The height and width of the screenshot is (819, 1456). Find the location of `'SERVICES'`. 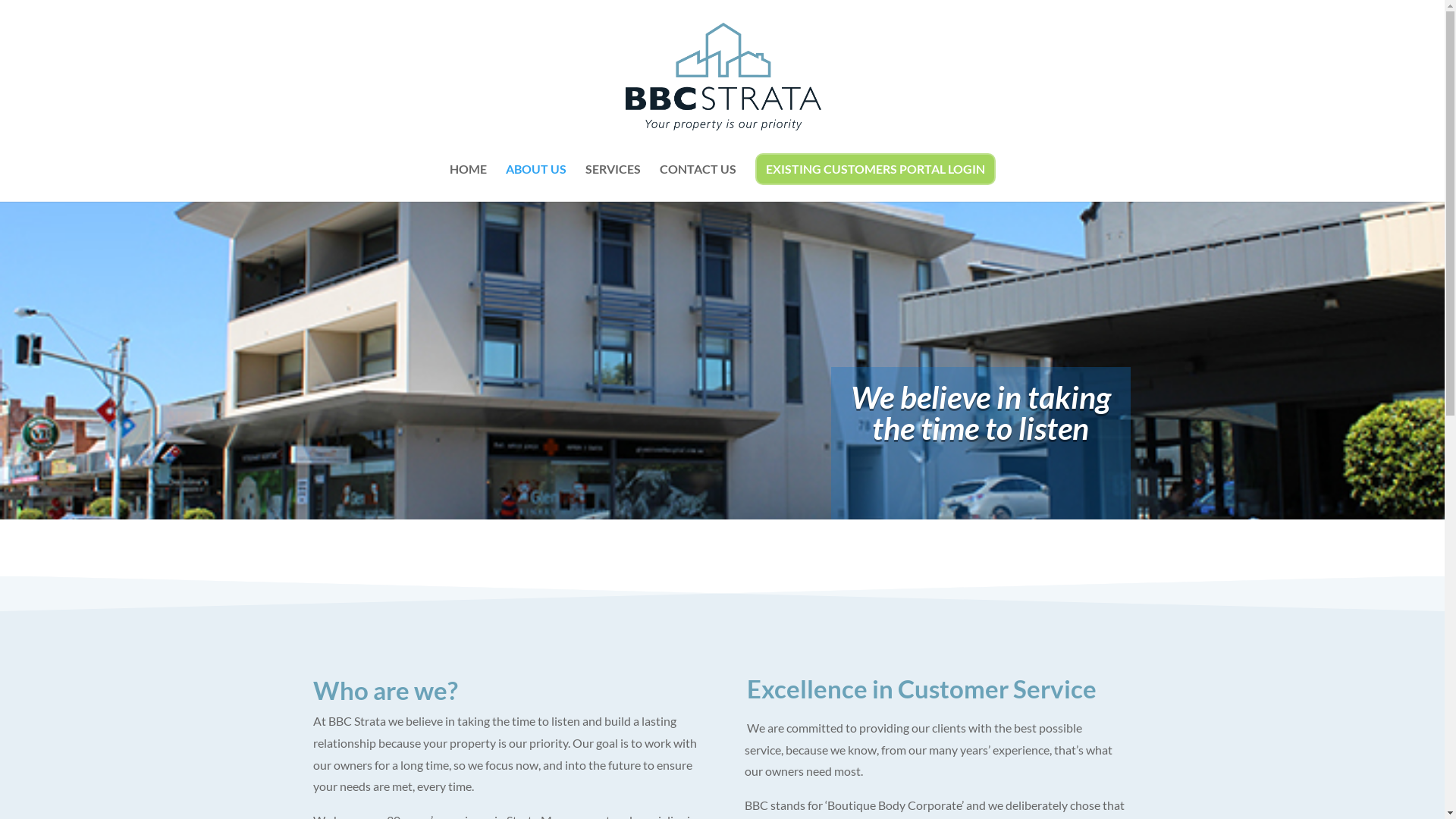

'SERVICES' is located at coordinates (613, 181).